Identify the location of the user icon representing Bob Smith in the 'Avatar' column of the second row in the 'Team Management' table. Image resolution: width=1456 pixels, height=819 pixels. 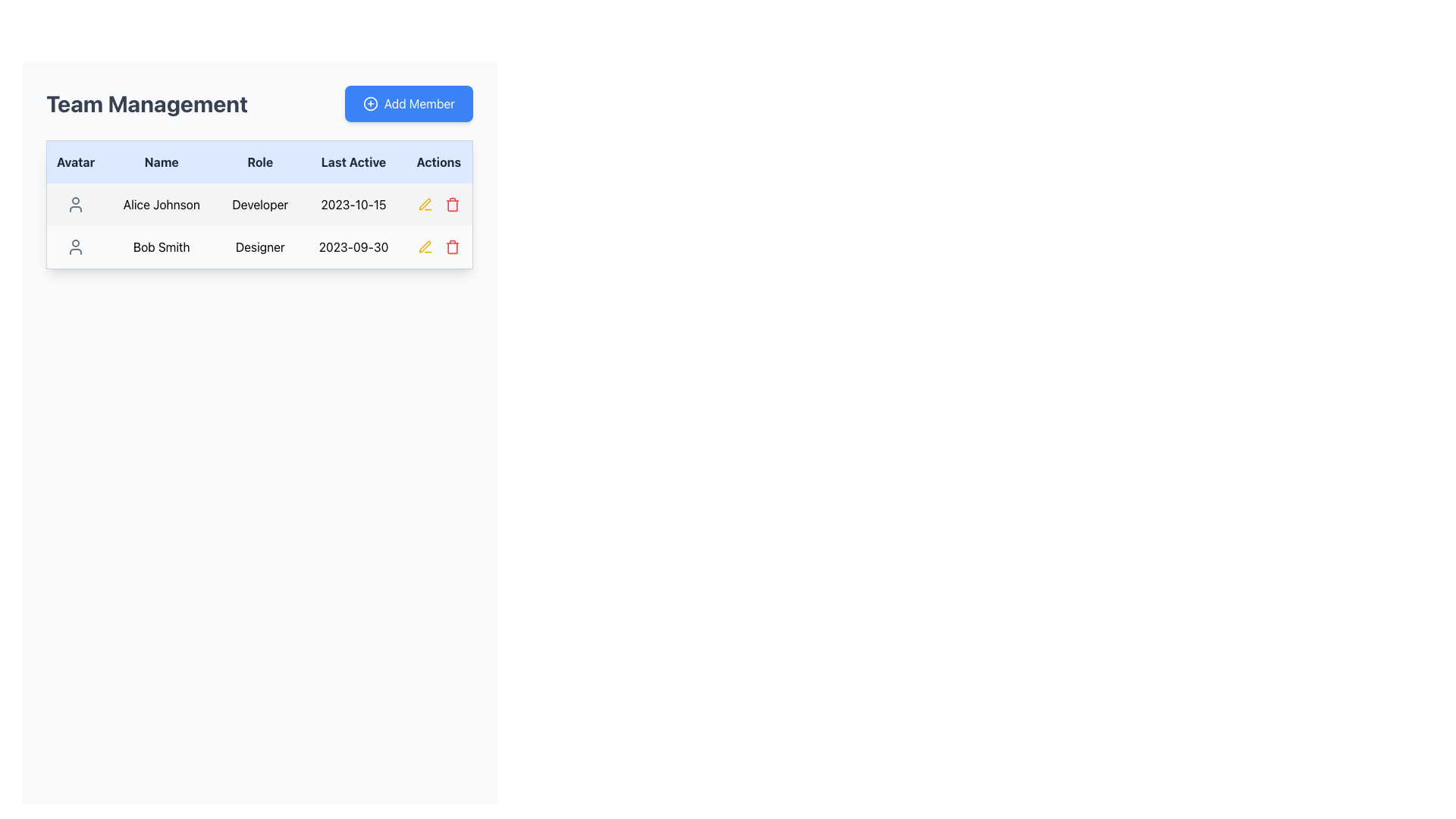
(75, 246).